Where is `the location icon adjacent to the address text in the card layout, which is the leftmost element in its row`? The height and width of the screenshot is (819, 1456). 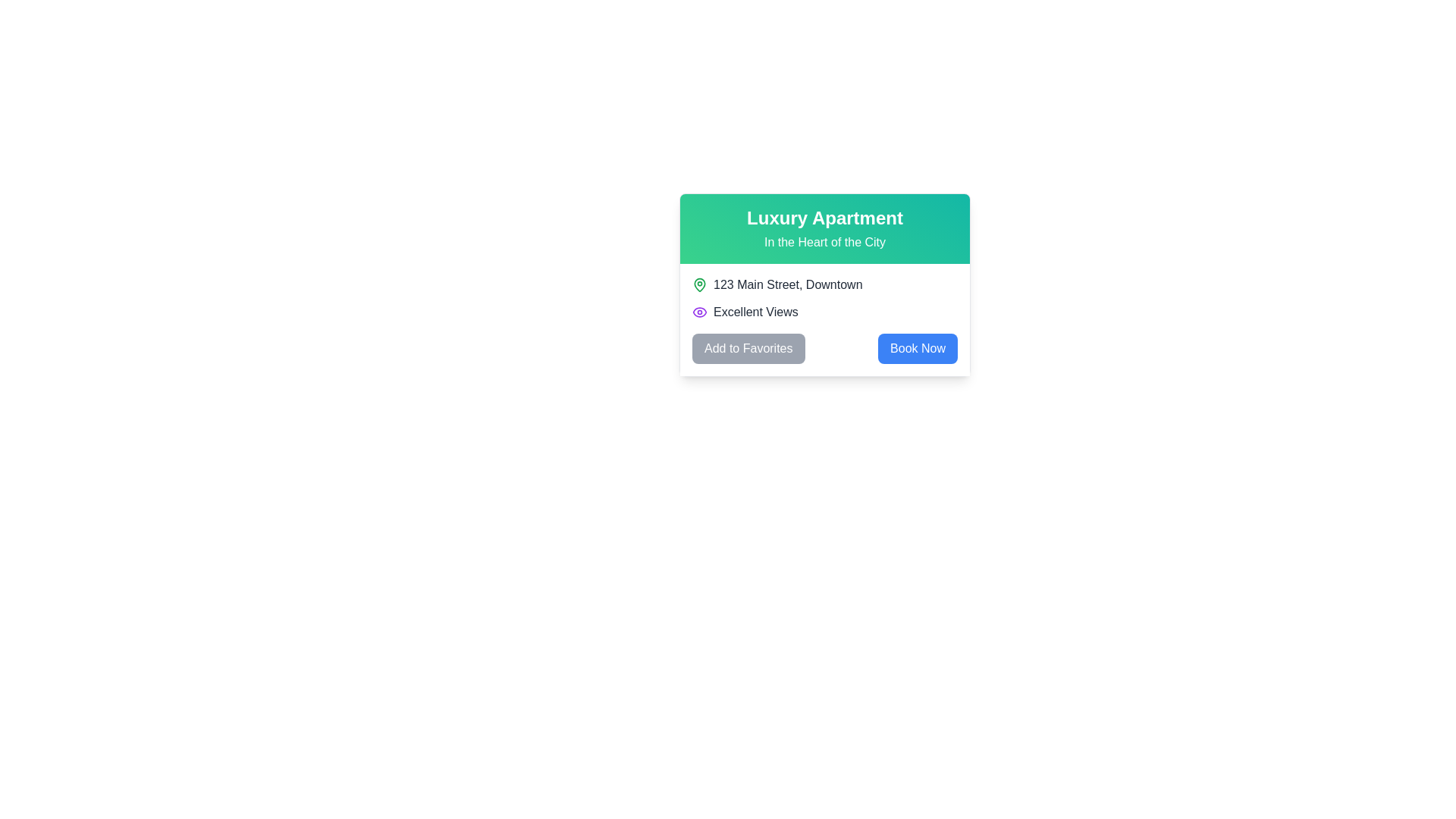 the location icon adjacent to the address text in the card layout, which is the leftmost element in its row is located at coordinates (698, 284).